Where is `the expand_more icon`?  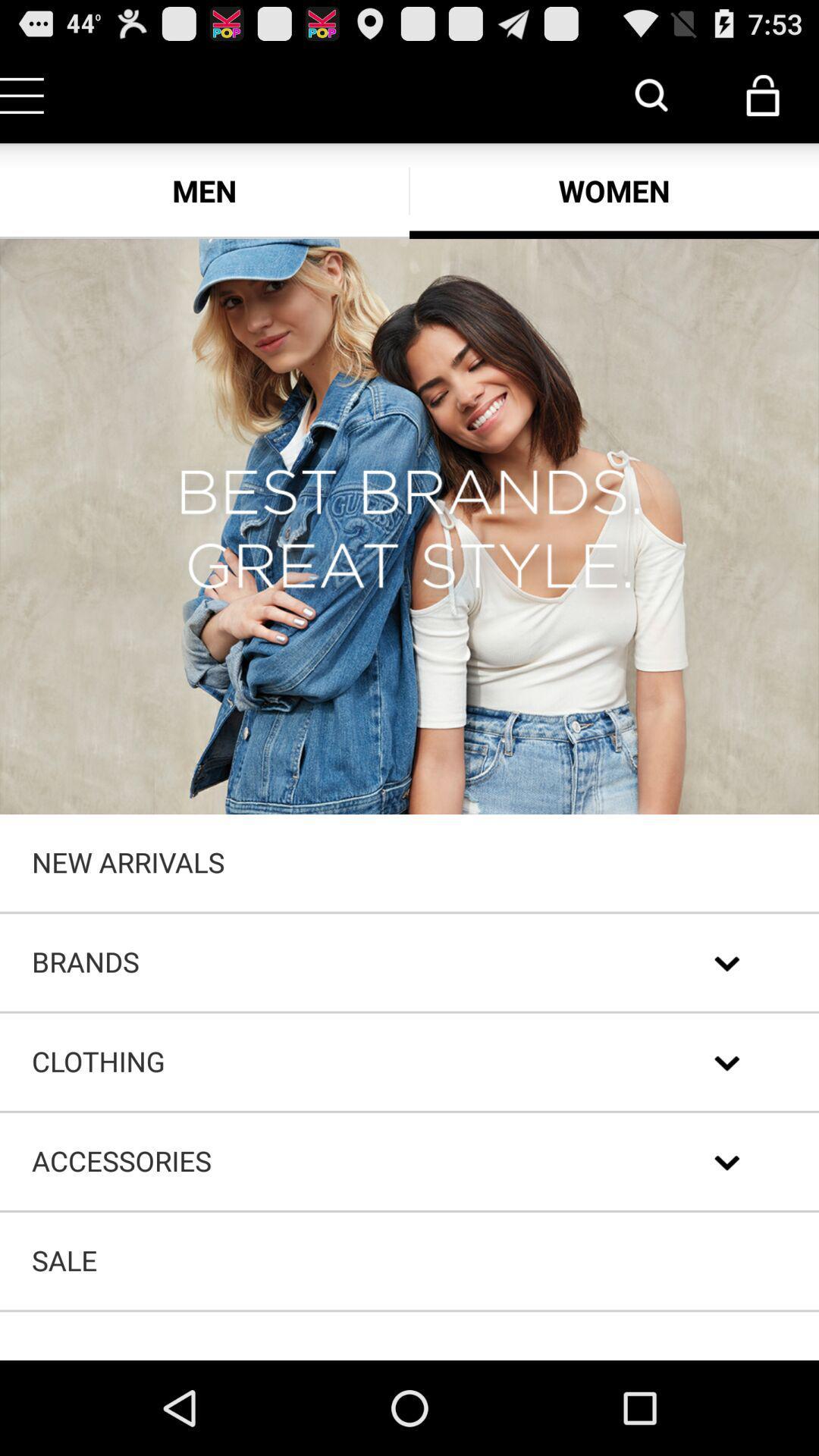 the expand_more icon is located at coordinates (726, 1031).